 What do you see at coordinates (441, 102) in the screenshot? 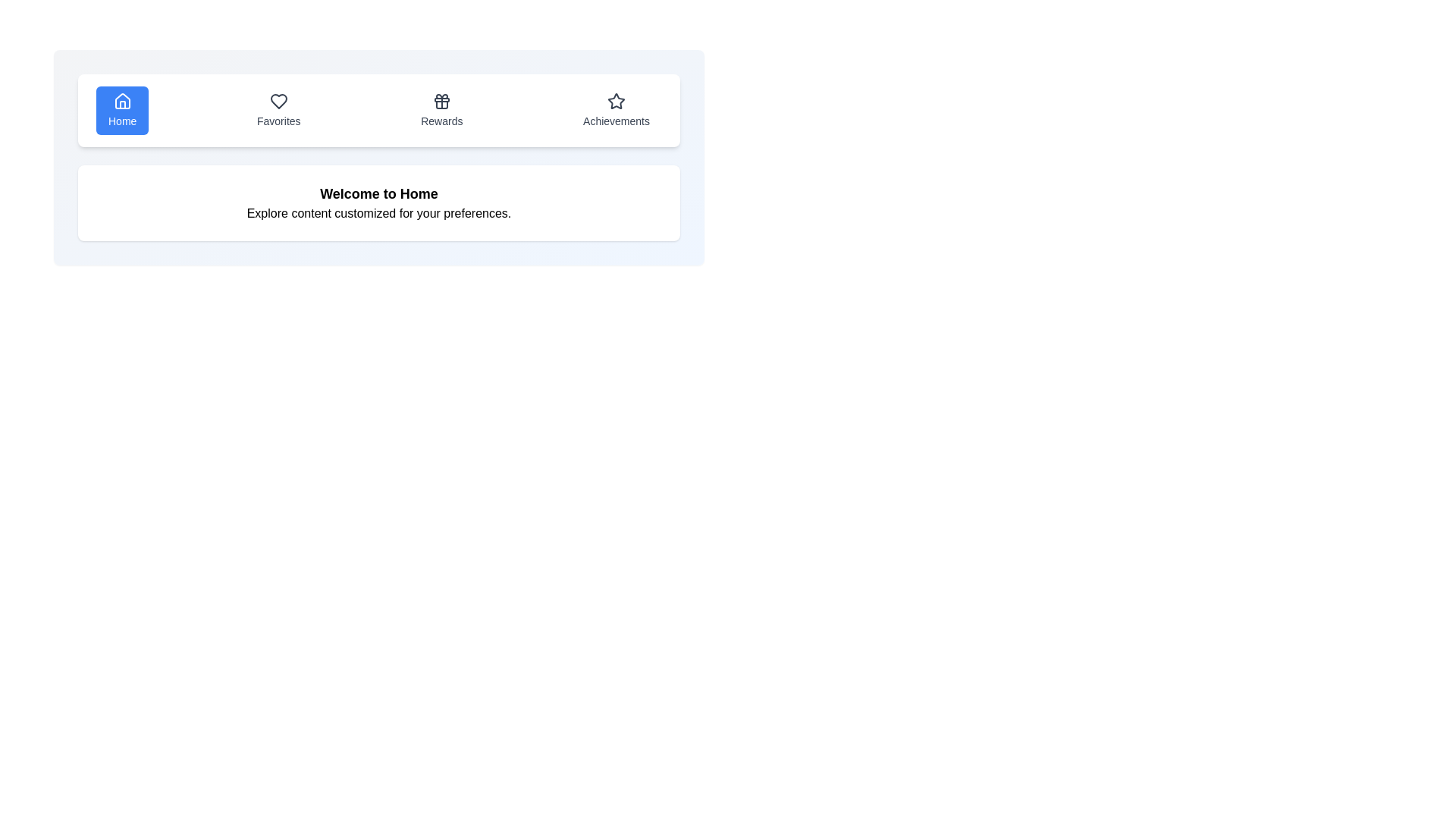
I see `the gift box icon located in the navigation bar above the 'Rewards' label, positioned between the 'Favorites' and 'Achievements' sections` at bounding box center [441, 102].